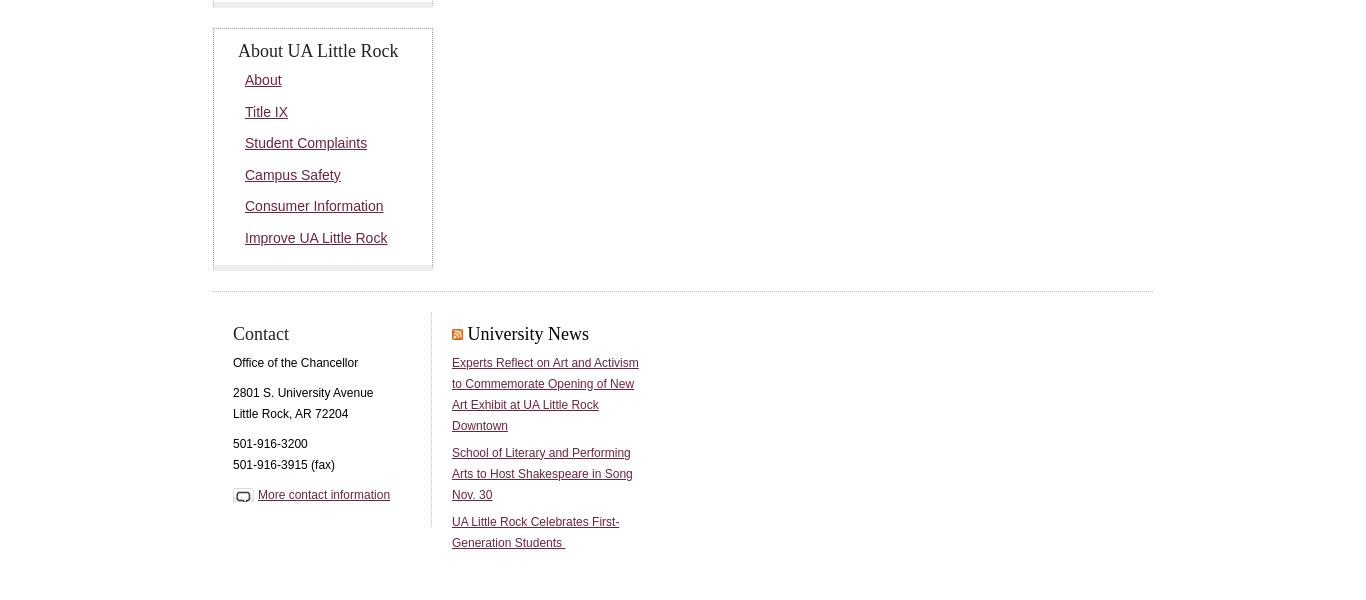 This screenshot has height=600, width=1366. I want to click on 'Improve UA Little Rock', so click(315, 237).